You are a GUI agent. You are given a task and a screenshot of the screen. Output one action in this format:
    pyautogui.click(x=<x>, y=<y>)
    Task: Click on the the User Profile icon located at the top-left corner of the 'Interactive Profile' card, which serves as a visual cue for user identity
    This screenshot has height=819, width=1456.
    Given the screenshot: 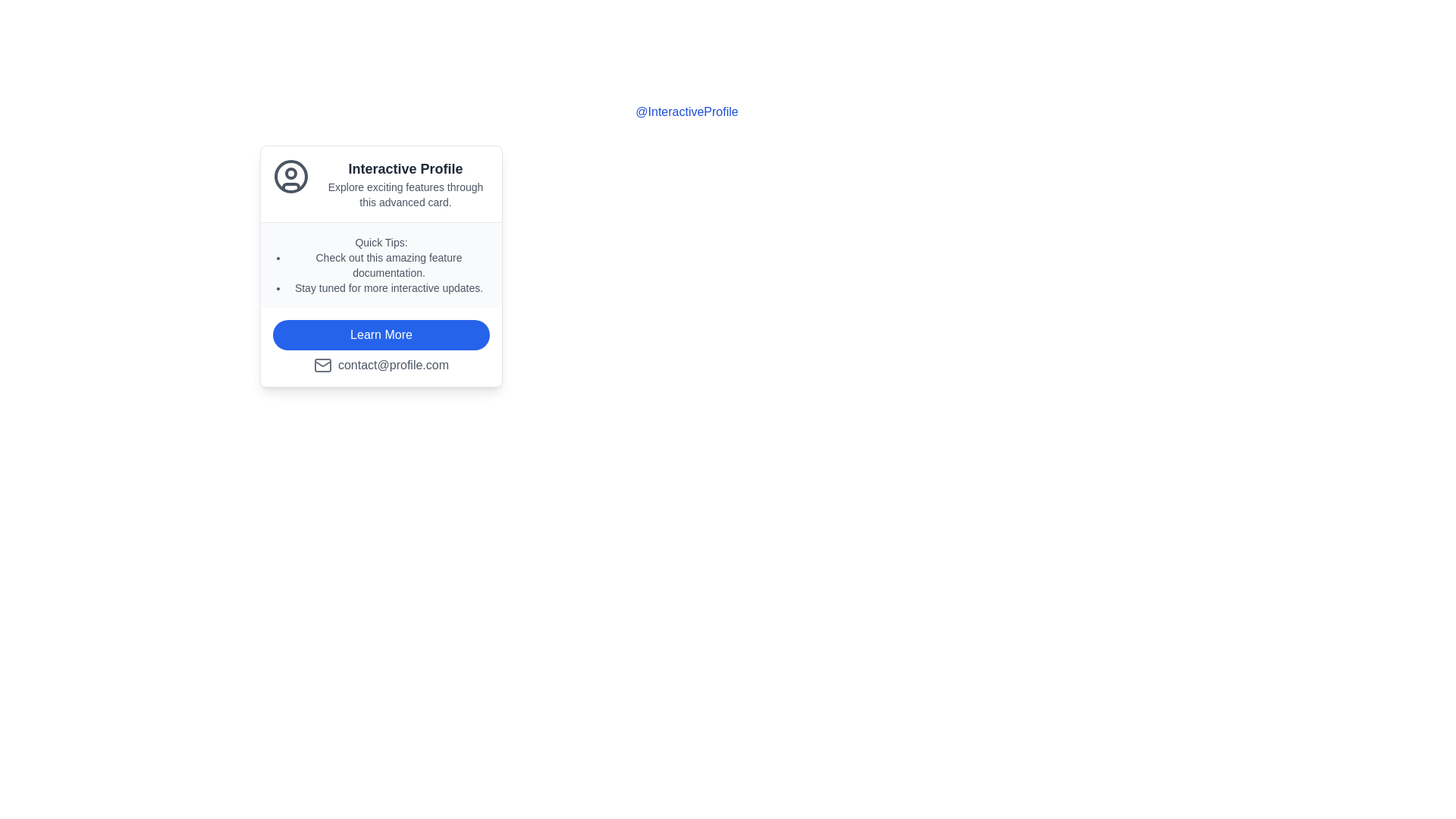 What is the action you would take?
    pyautogui.click(x=291, y=175)
    